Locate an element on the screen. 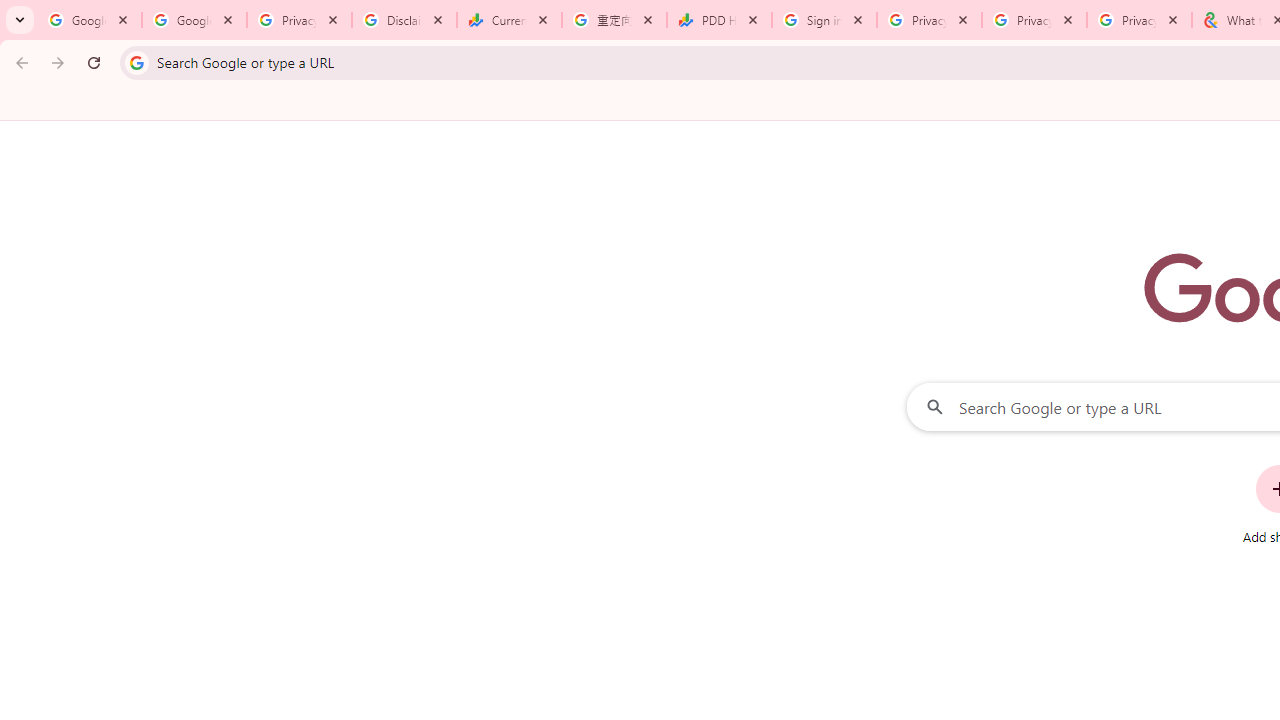  'PDD Holdings Inc - ADR (PDD) Price & News - Google Finance' is located at coordinates (719, 20).